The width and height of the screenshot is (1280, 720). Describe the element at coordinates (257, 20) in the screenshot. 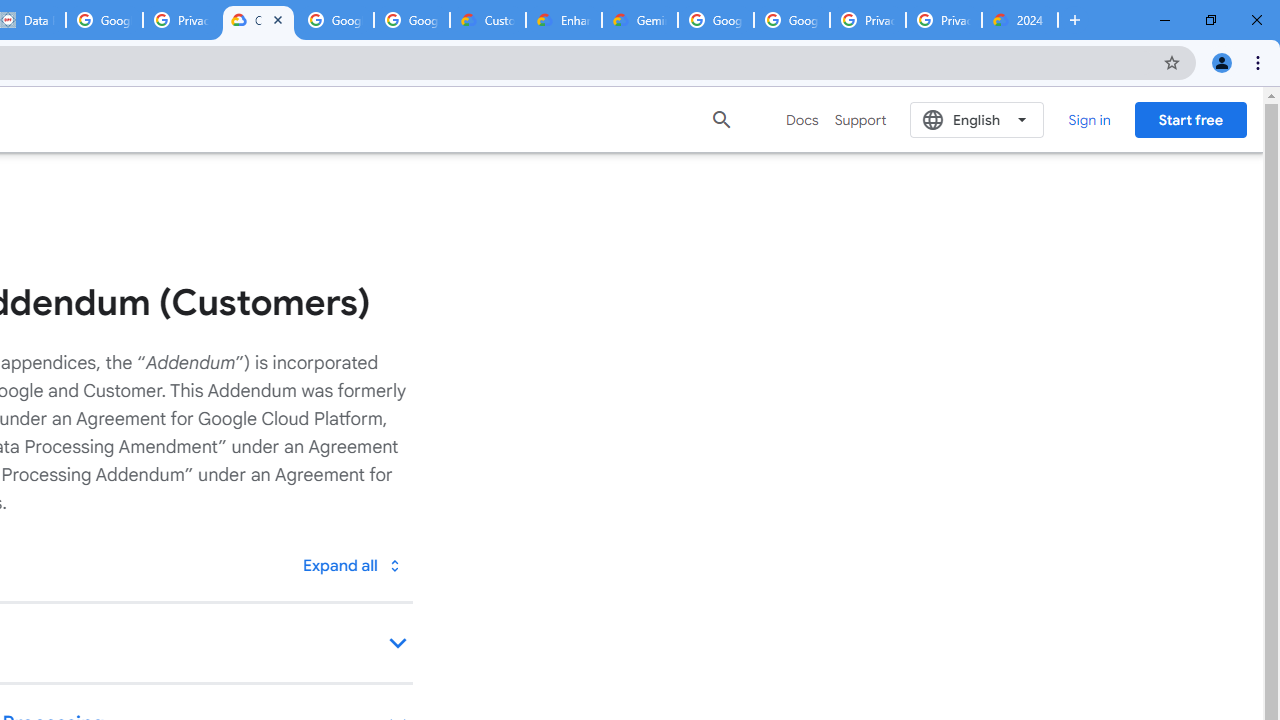

I see `'Cloud Data Processing Addendum | Google Cloud'` at that location.